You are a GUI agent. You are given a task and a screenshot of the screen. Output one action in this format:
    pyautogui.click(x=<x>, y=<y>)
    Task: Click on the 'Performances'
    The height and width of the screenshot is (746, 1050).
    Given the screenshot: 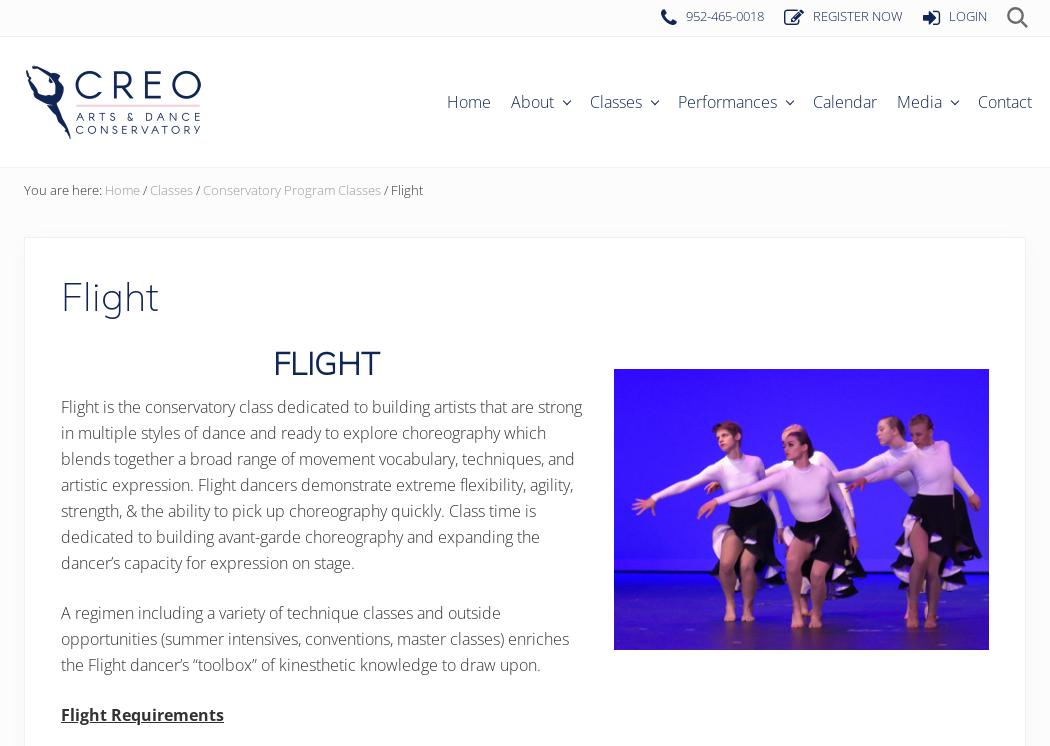 What is the action you would take?
    pyautogui.click(x=726, y=101)
    